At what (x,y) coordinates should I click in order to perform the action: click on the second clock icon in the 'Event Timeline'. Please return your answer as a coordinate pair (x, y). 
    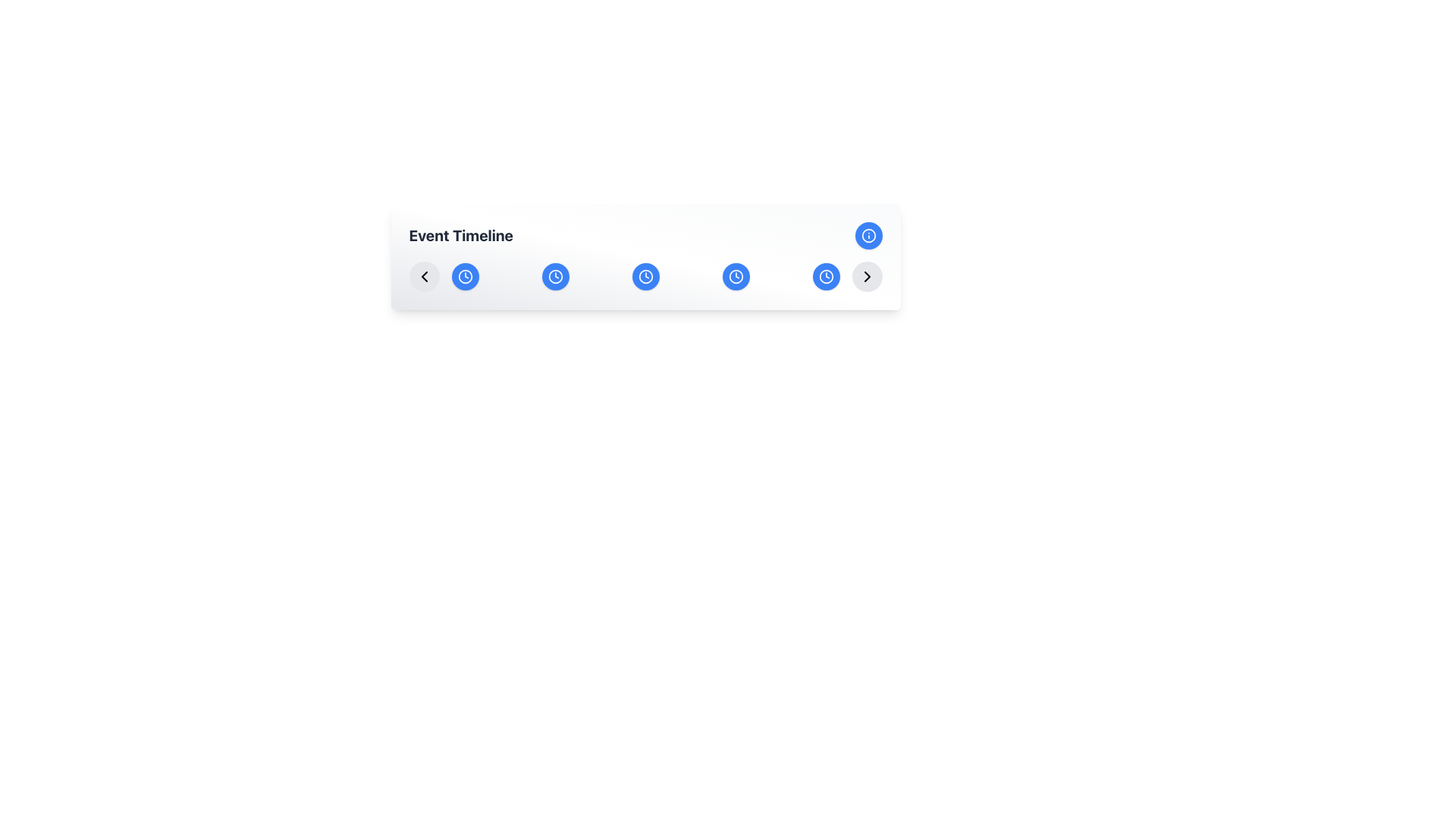
    Looking at the image, I should click on (554, 277).